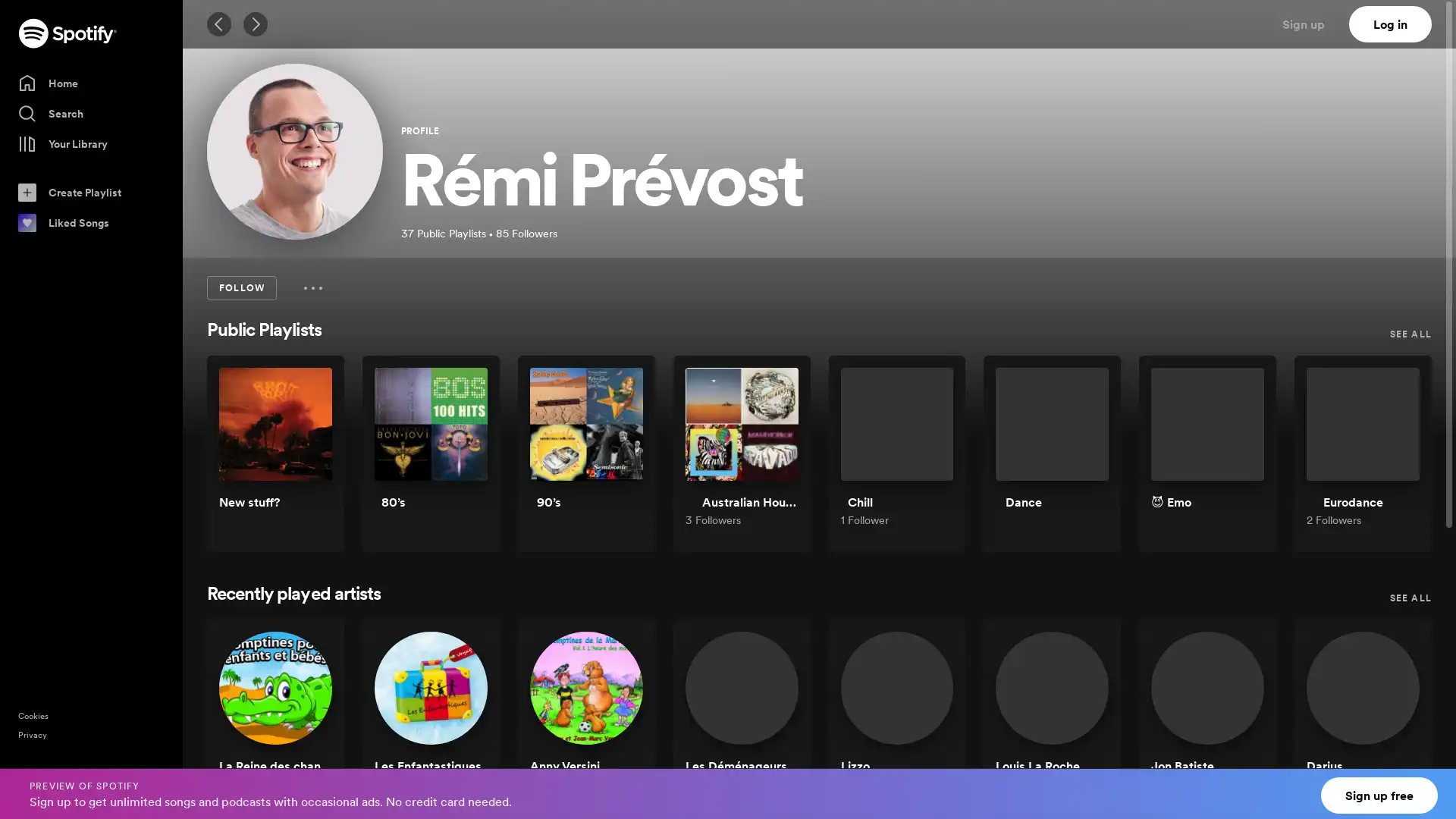  What do you see at coordinates (618, 461) in the screenshot?
I see `Play 90s` at bounding box center [618, 461].